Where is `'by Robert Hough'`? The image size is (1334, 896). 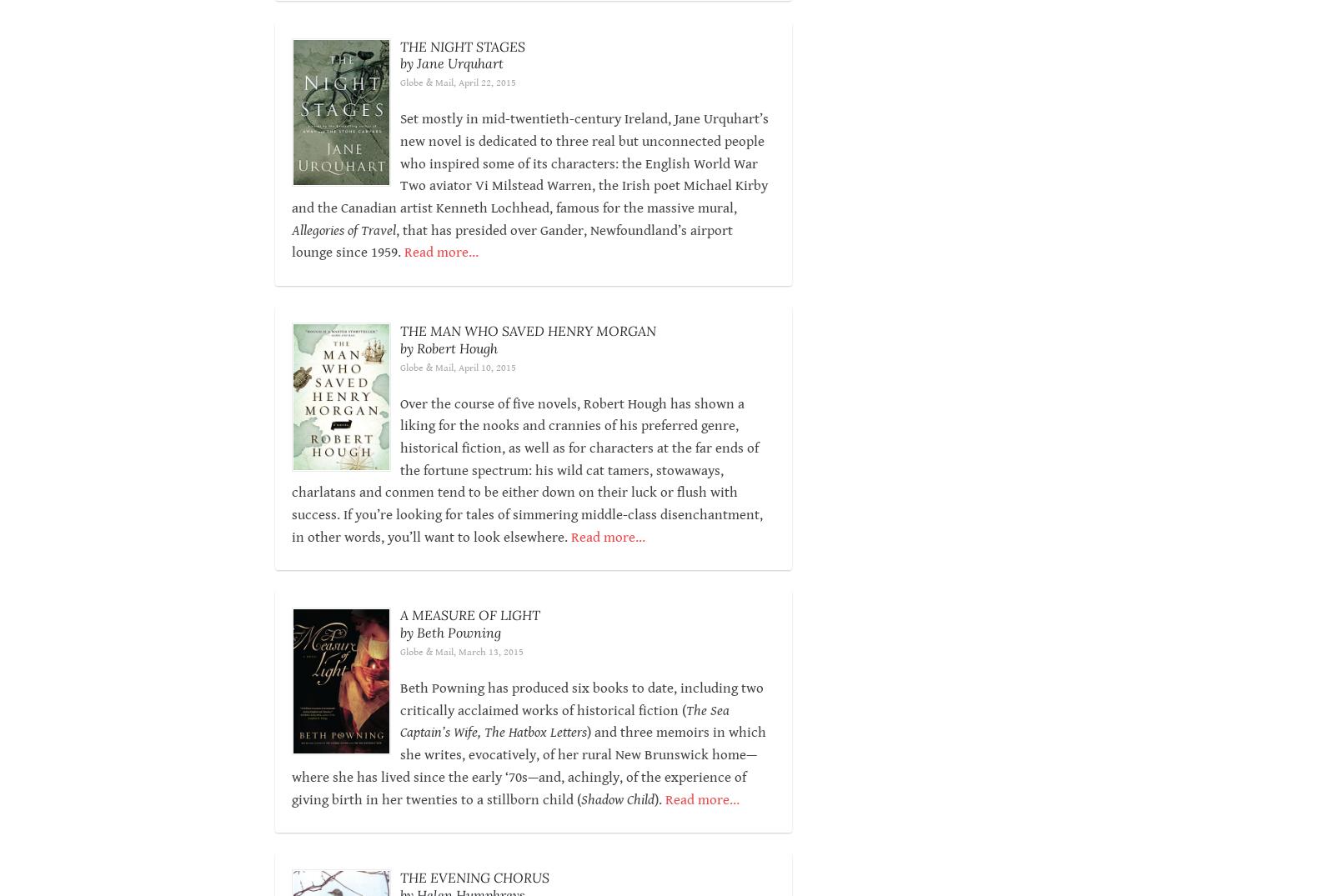
'by Robert Hough' is located at coordinates (447, 346).